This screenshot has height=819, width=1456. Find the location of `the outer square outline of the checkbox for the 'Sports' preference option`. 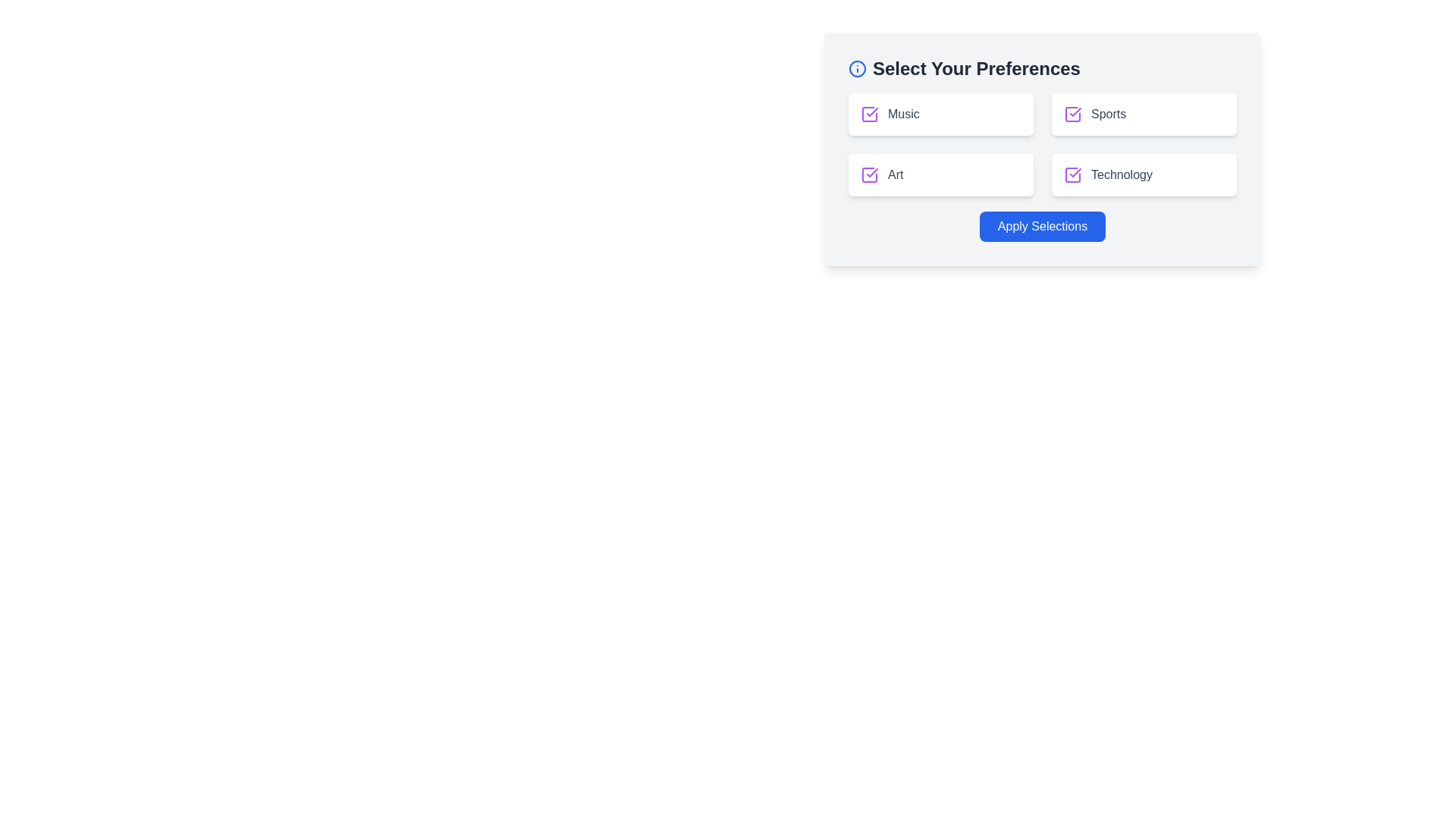

the outer square outline of the checkbox for the 'Sports' preference option is located at coordinates (1072, 113).